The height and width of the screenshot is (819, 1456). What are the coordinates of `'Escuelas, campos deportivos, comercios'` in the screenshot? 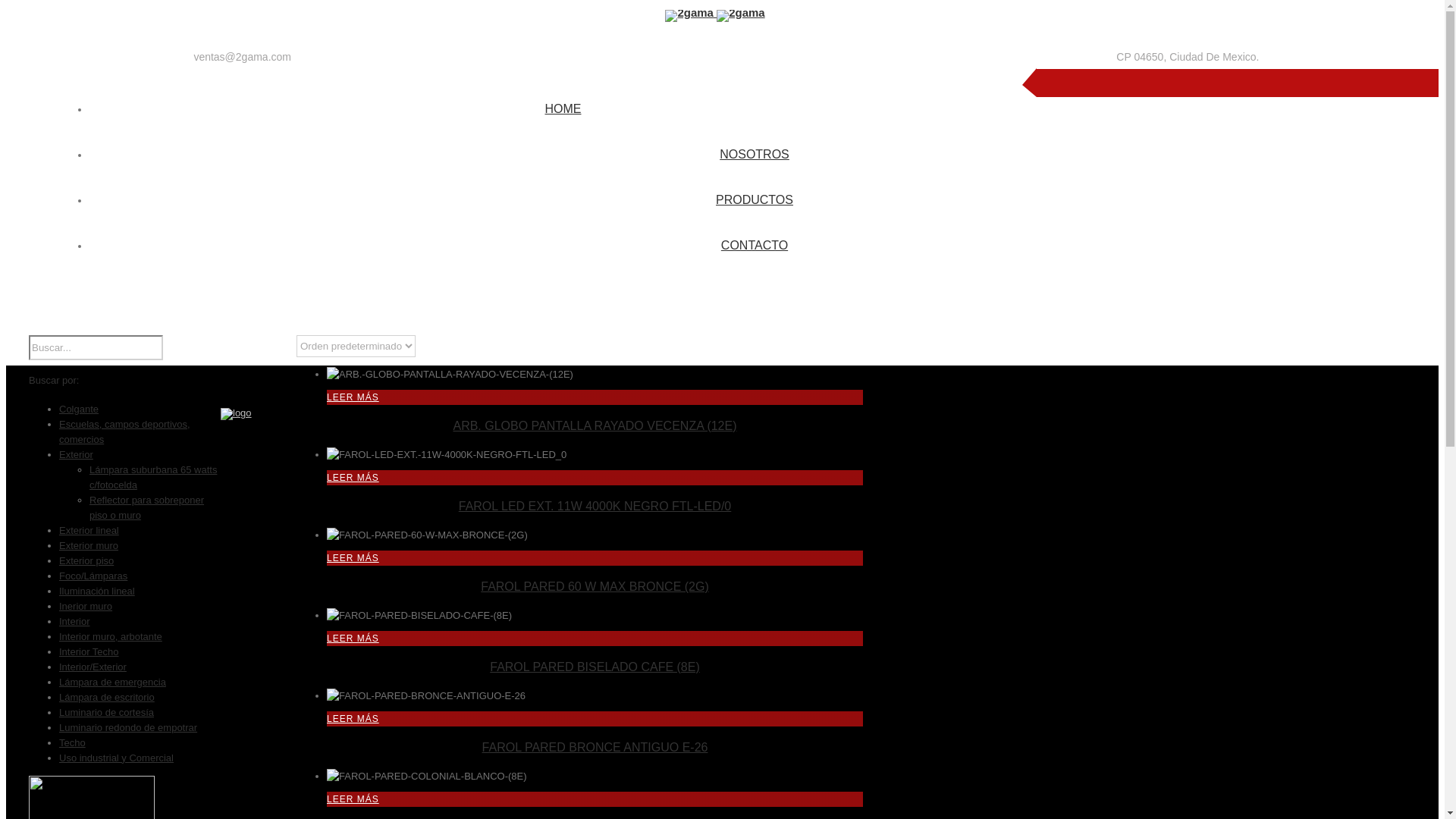 It's located at (124, 431).